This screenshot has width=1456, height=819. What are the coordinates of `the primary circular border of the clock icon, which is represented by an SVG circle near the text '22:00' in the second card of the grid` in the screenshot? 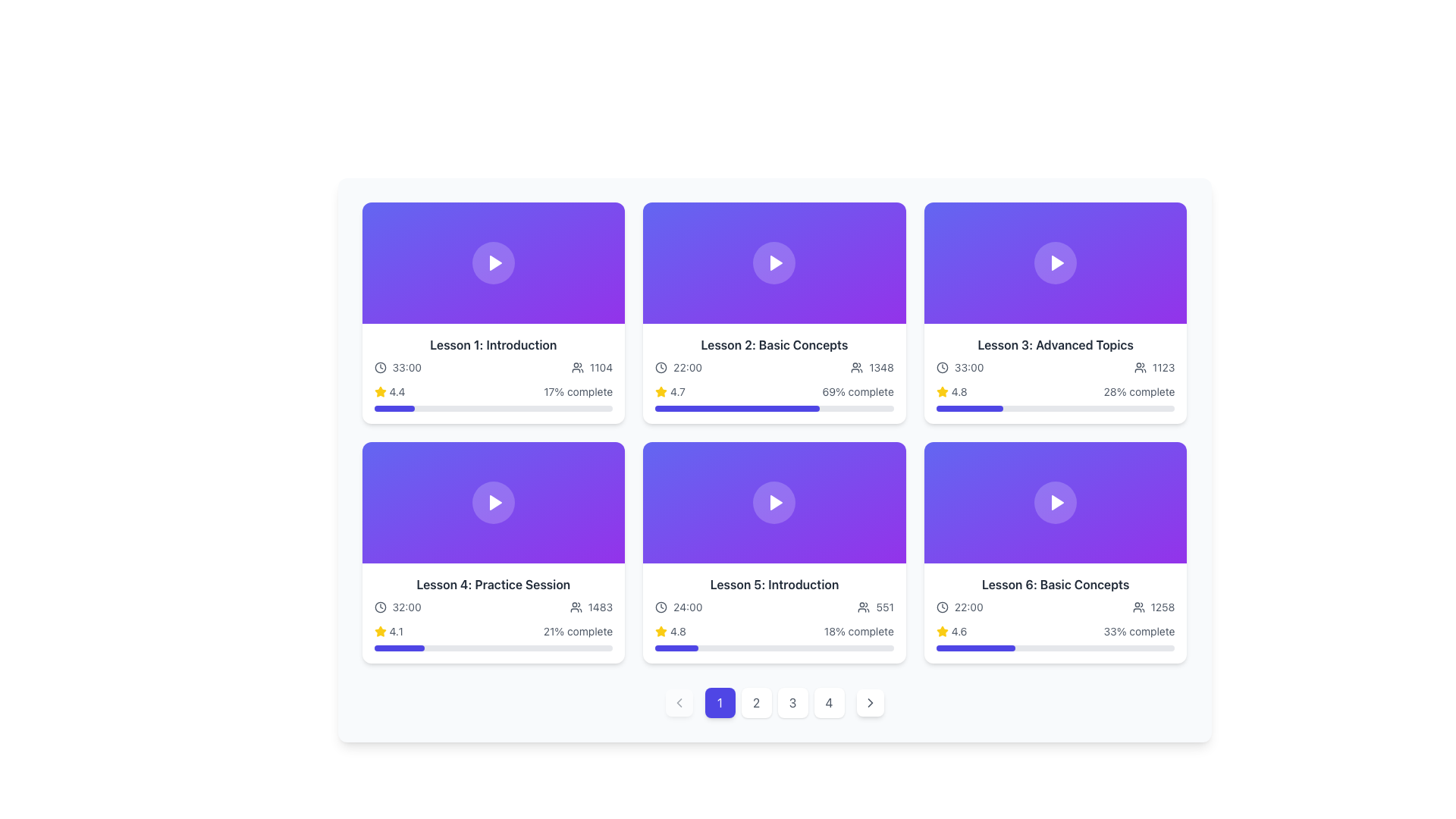 It's located at (661, 368).